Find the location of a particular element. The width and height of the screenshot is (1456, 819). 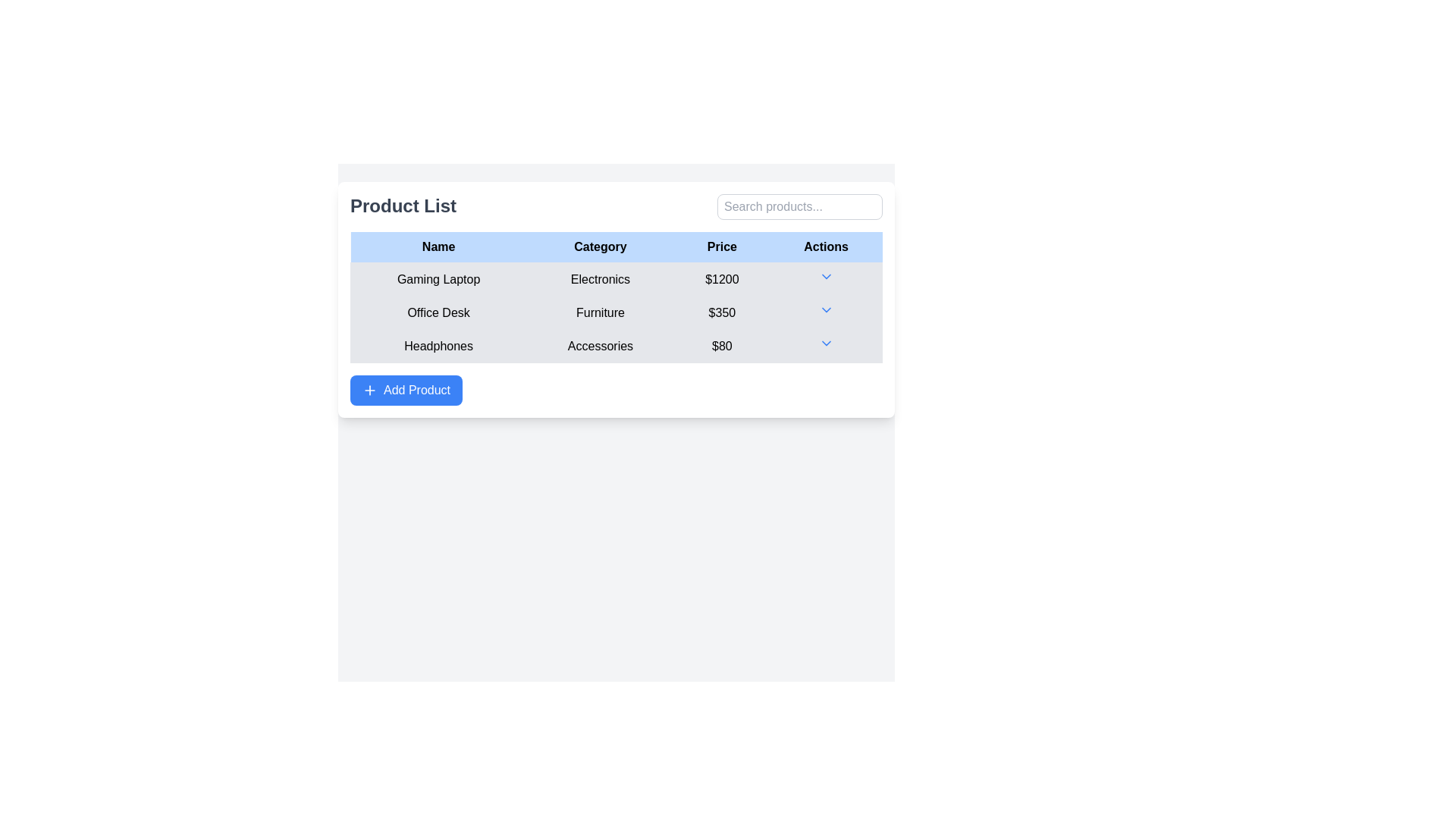

the static text display showing the price "$80" located in the fourth column of the last row of the table under the "Price" column corresponding to the "Headphones" row is located at coordinates (721, 346).